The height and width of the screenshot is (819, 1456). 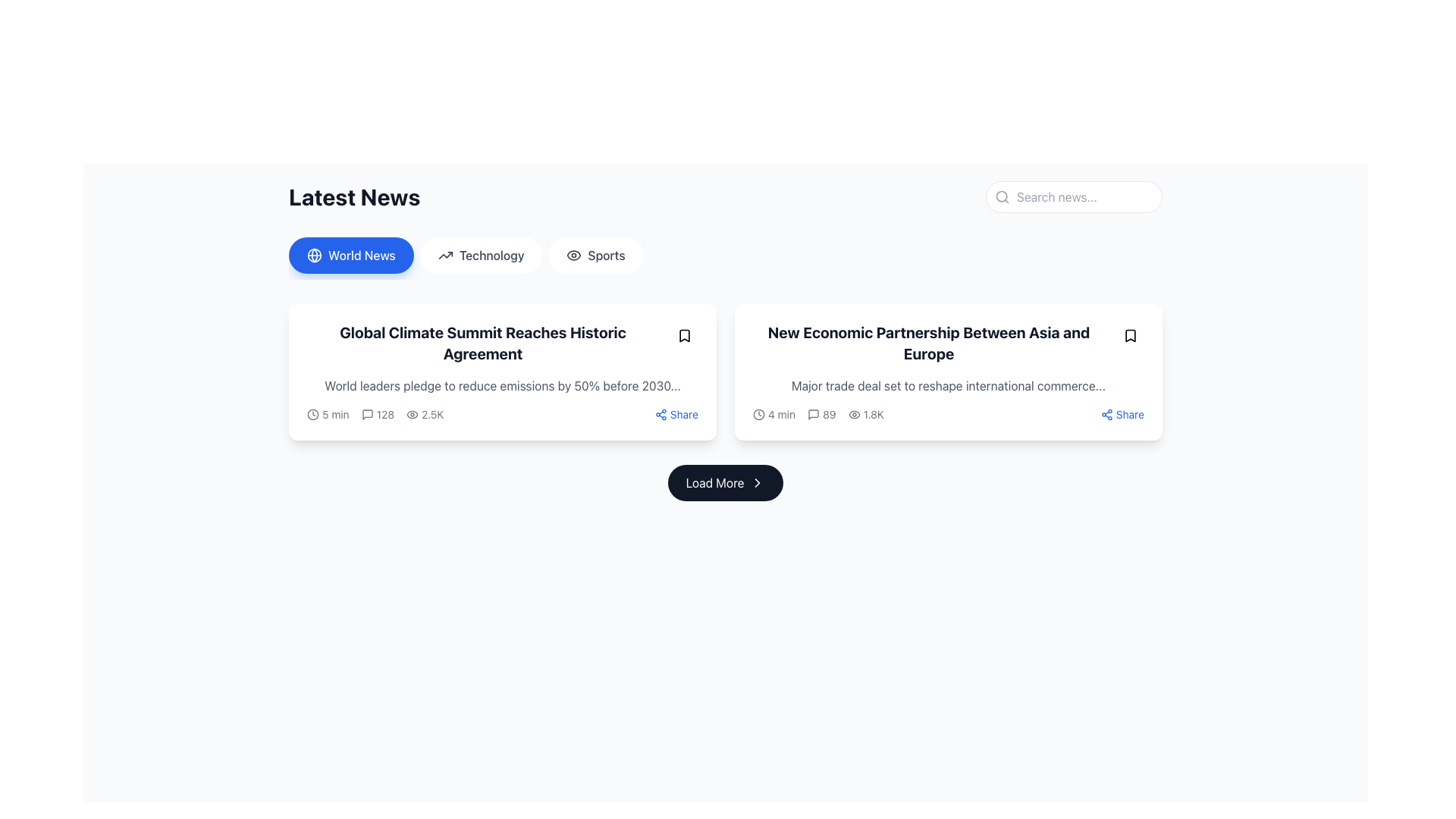 I want to click on the text input field located at the top-right corner of the 'Latest News' section, so click(x=1073, y=196).